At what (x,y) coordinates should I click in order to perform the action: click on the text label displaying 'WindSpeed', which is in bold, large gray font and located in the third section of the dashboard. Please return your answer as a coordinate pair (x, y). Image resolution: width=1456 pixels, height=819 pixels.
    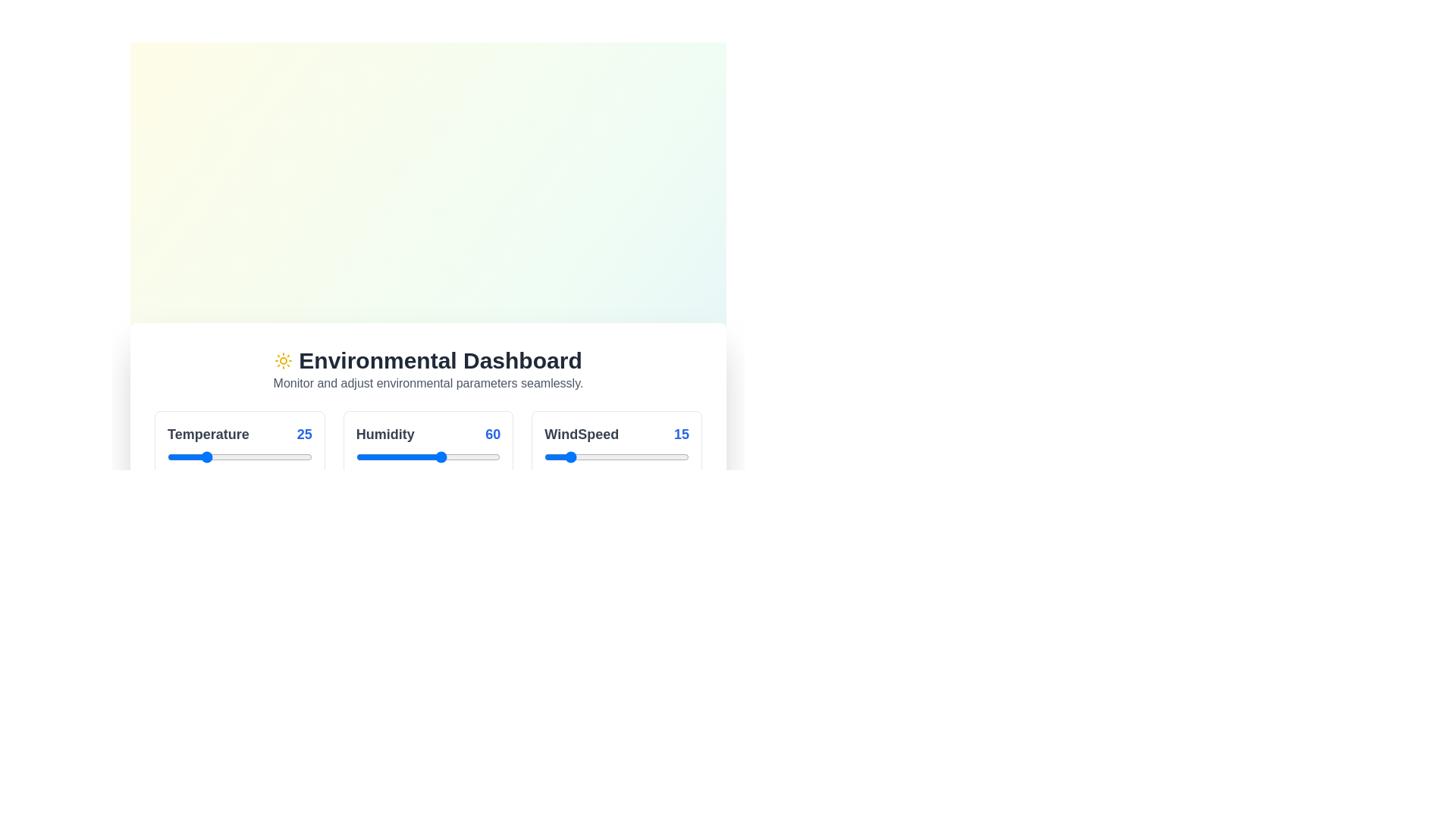
    Looking at the image, I should click on (581, 434).